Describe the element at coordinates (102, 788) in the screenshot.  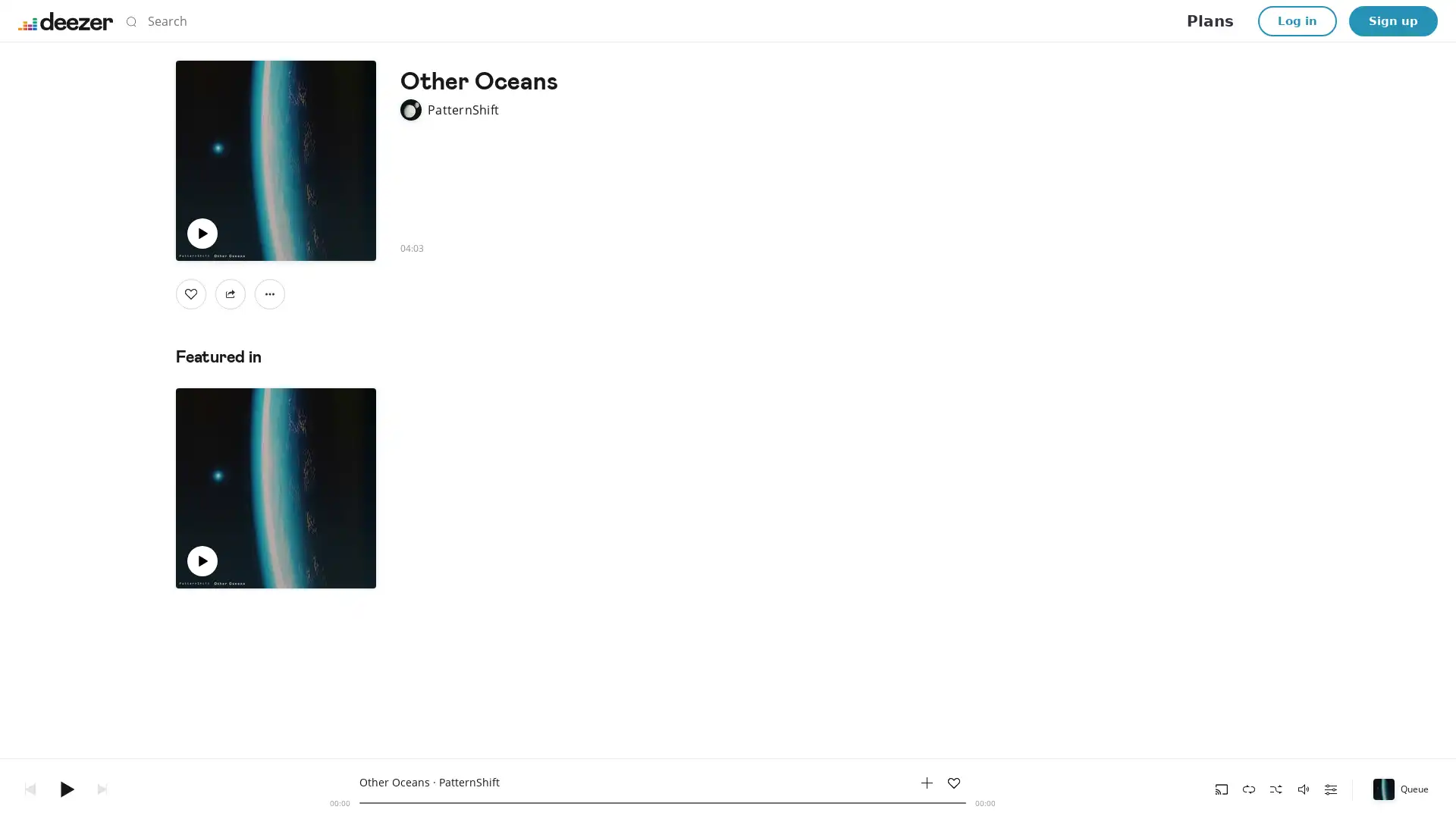
I see `Next` at that location.